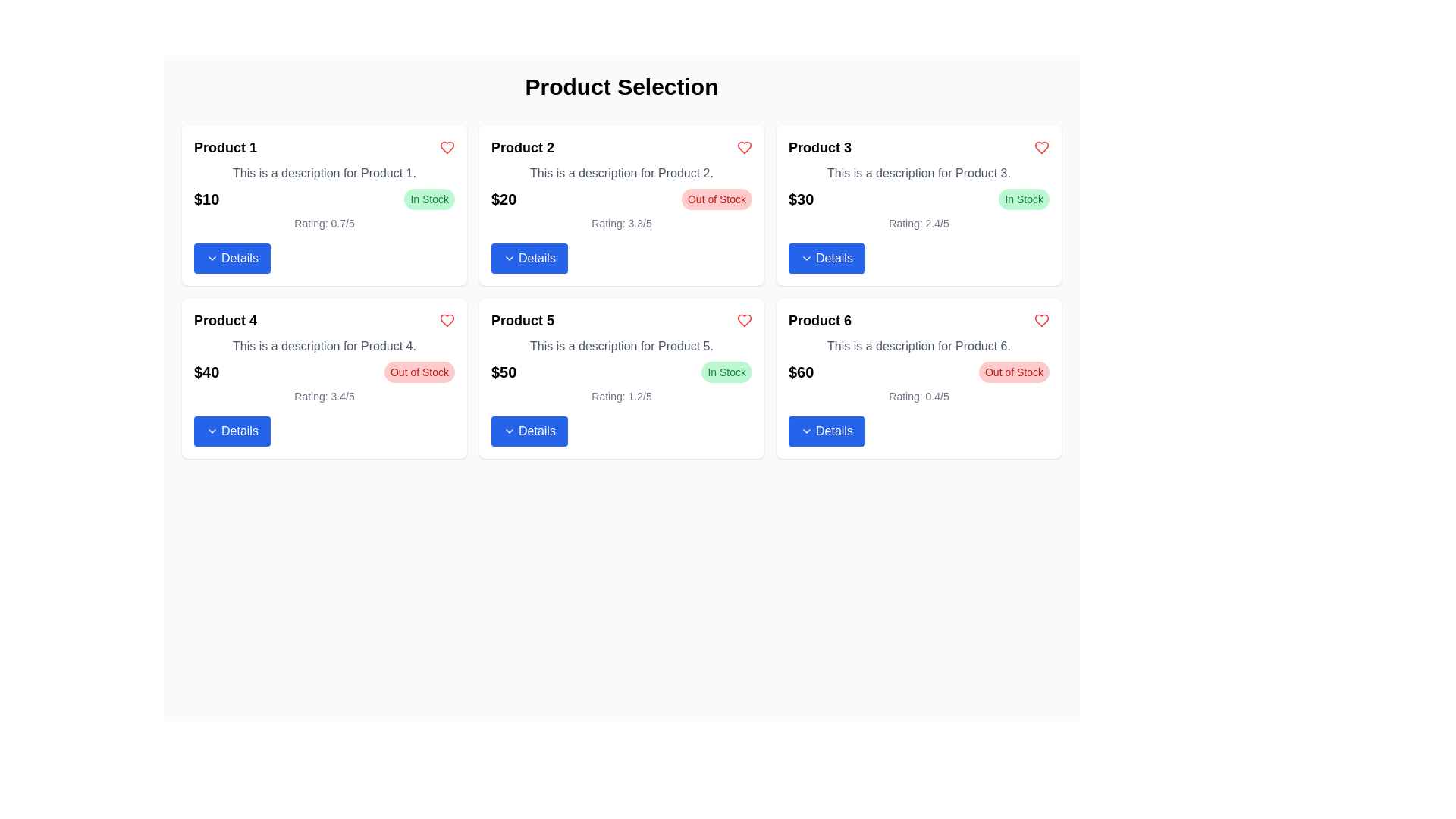 The height and width of the screenshot is (819, 1456). Describe the element at coordinates (1040, 148) in the screenshot. I see `the heart-shaped icon located at the top-right corner of the Product 3 card` at that location.